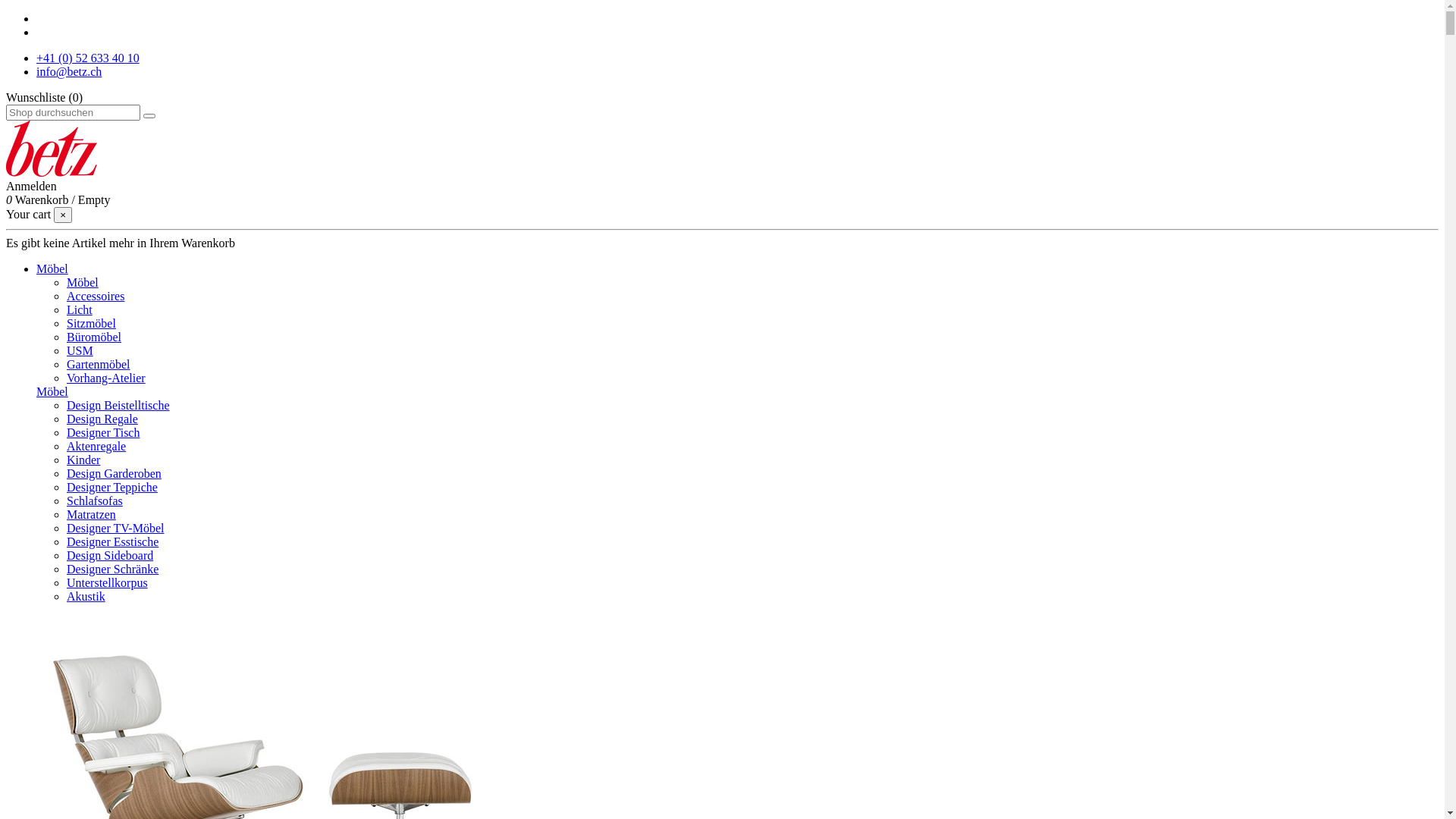  Describe the element at coordinates (111, 487) in the screenshot. I see `'Designer Teppiche'` at that location.